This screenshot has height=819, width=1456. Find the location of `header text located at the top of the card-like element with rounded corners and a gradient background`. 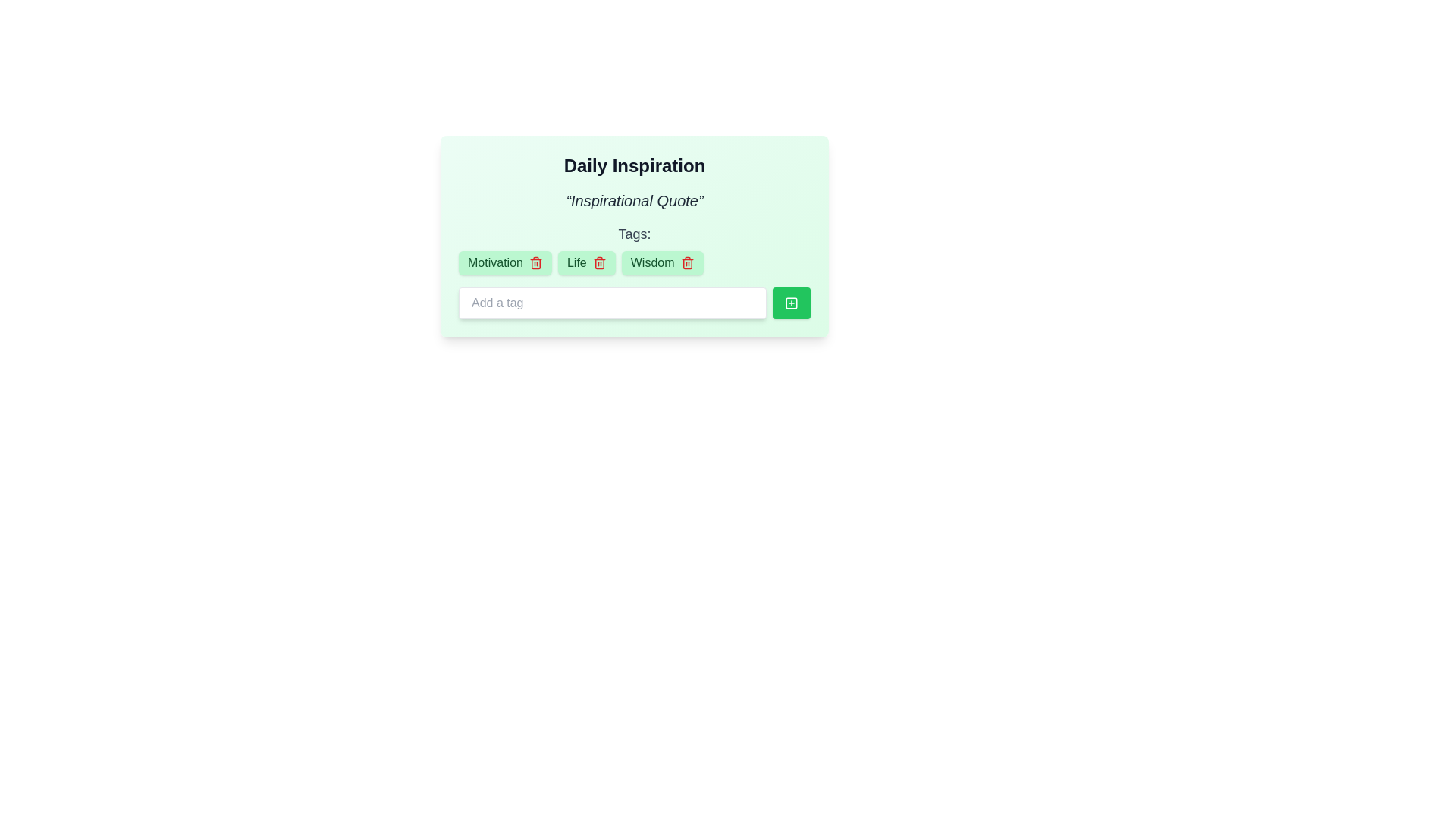

header text located at the top of the card-like element with rounded corners and a gradient background is located at coordinates (634, 166).